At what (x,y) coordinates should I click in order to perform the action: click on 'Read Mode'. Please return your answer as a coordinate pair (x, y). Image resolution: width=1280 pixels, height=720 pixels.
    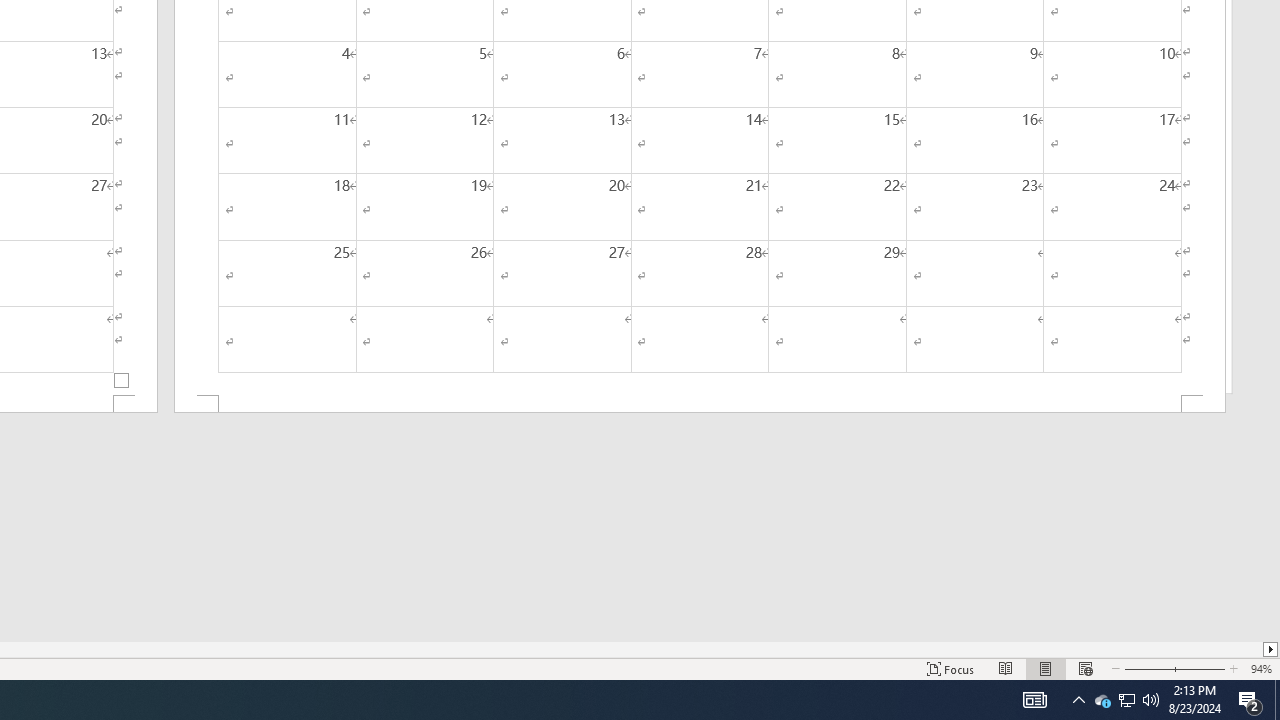
    Looking at the image, I should click on (1006, 669).